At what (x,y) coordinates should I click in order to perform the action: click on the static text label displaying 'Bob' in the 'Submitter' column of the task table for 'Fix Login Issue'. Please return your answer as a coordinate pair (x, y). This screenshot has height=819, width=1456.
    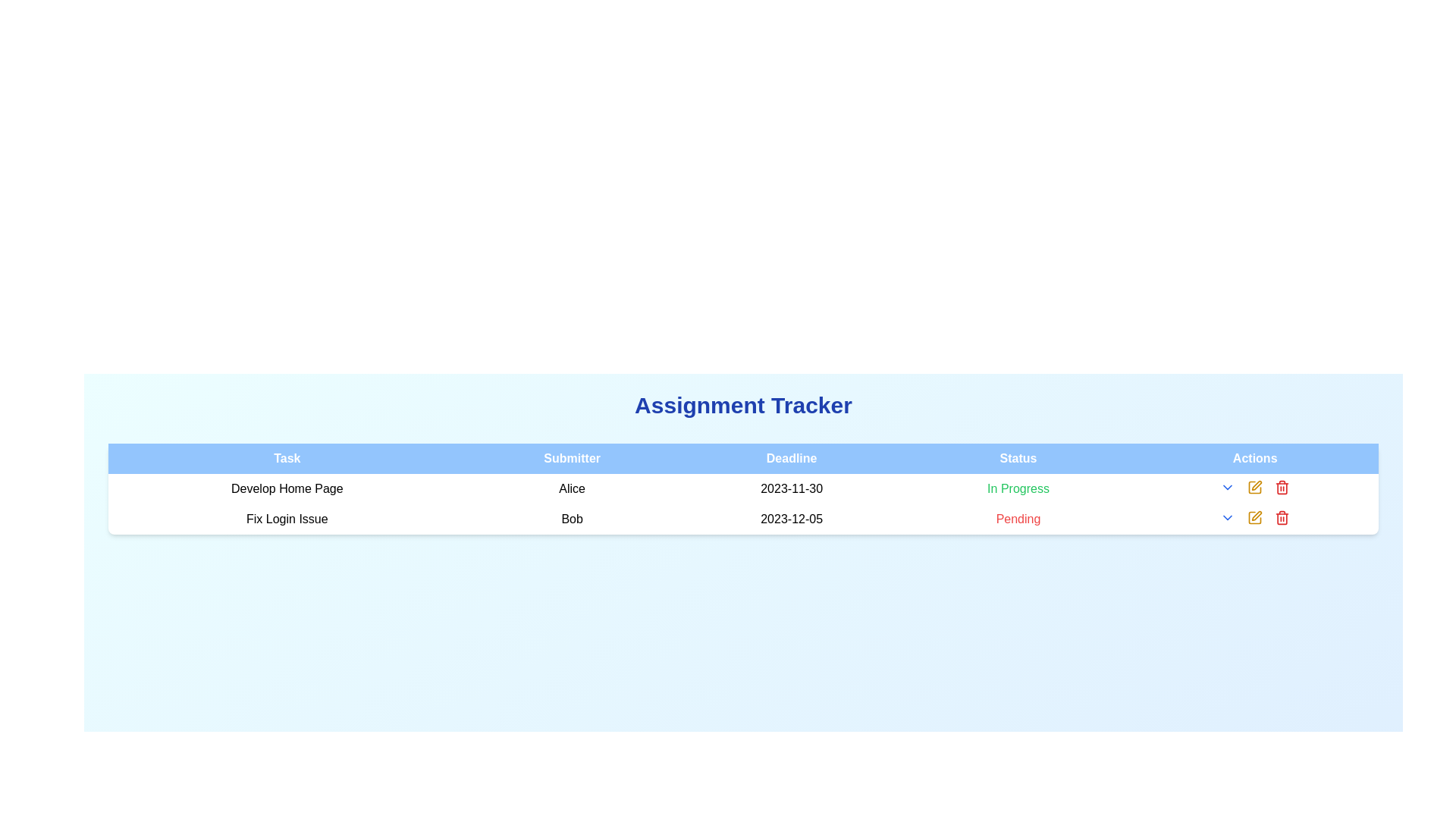
    Looking at the image, I should click on (571, 519).